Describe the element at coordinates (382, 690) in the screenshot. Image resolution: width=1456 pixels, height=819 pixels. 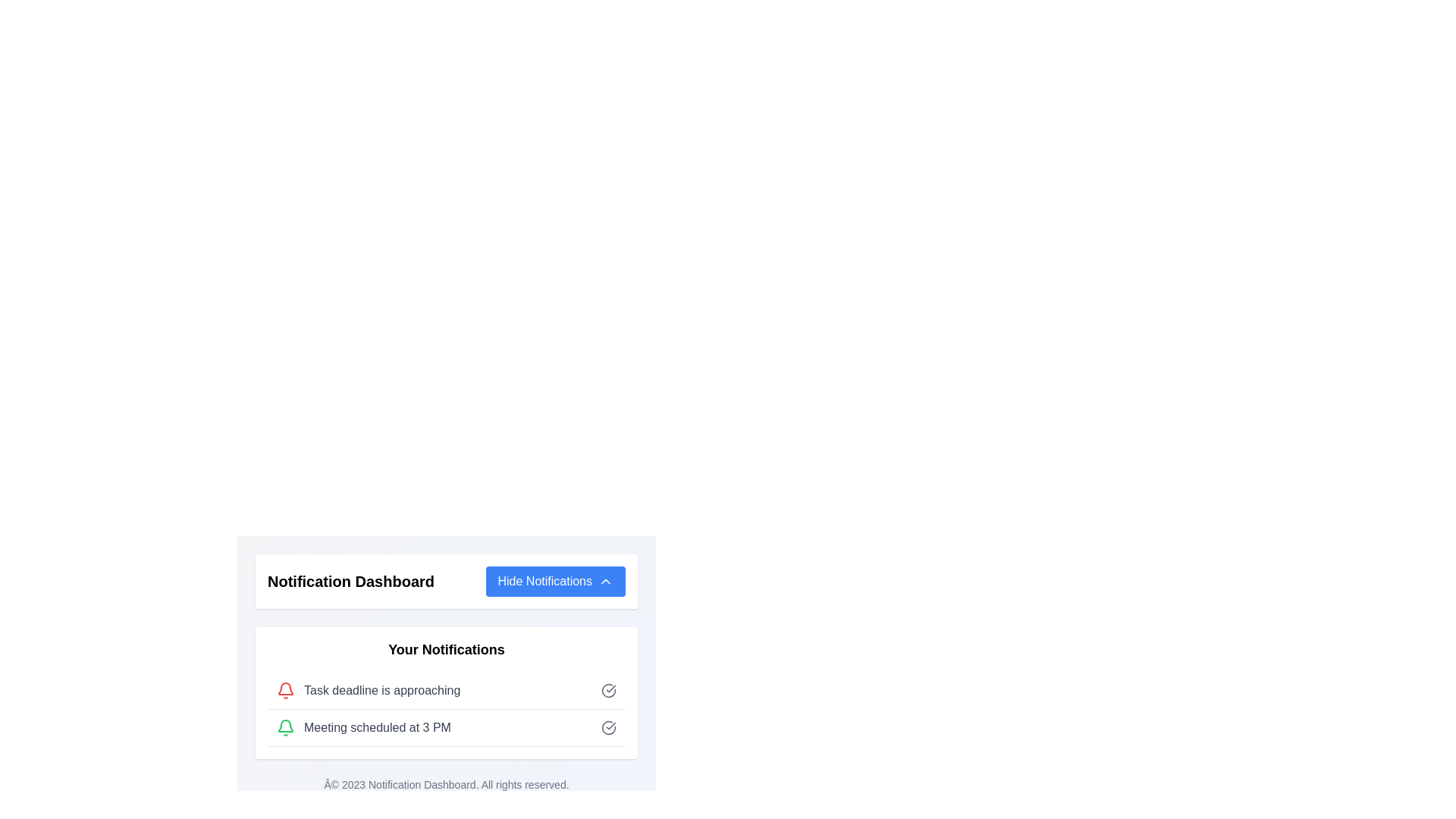
I see `notification text from the label displaying 'Task deadline is approaching', which is located to the right of a red bell icon and slightly to the left of a grayed-out checkmark button in the notifications list` at that location.